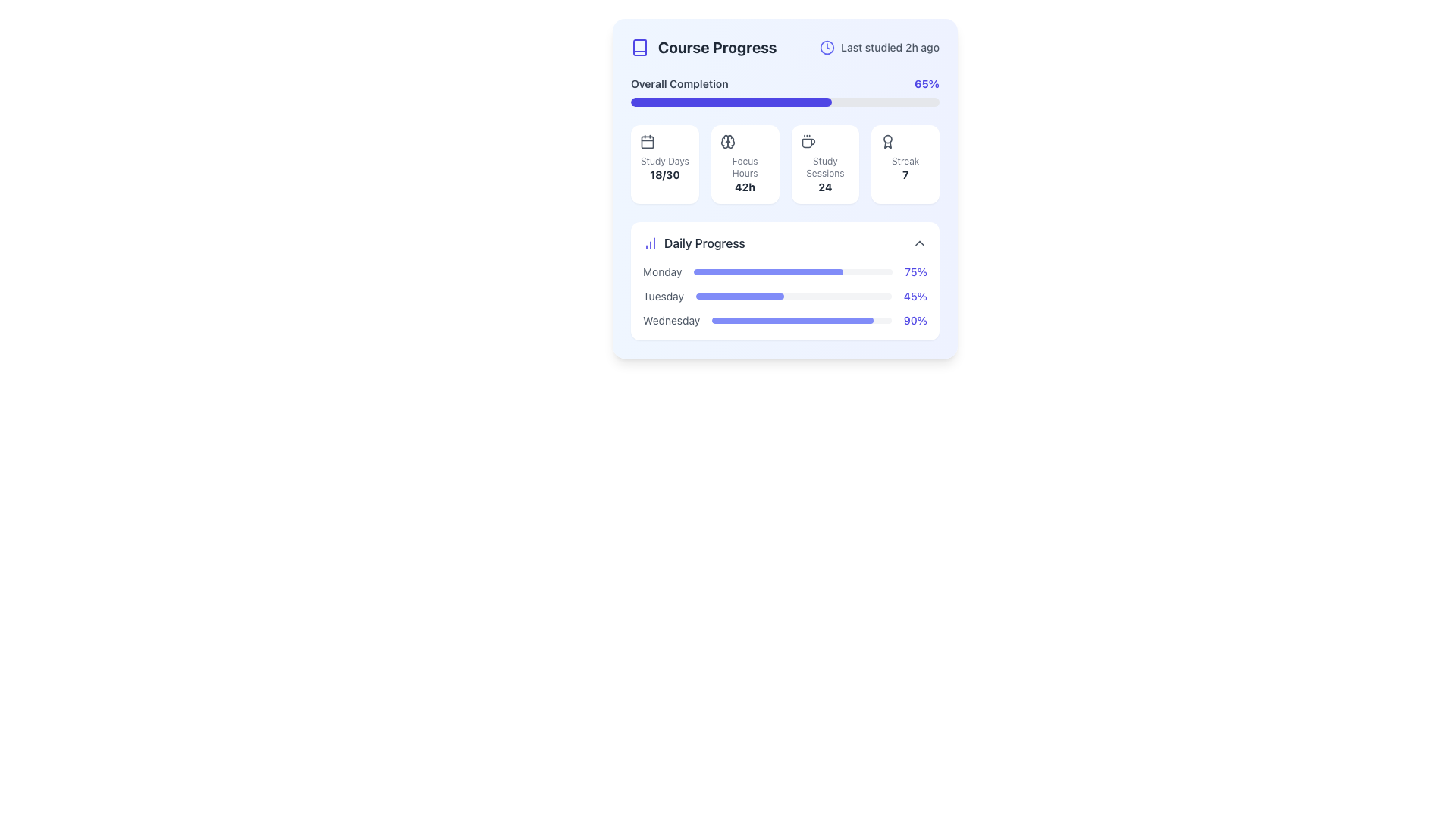  Describe the element at coordinates (739, 296) in the screenshot. I see `the filled portion of the progress bar segment representing 45% progress for Tuesday in the Daily Progress metrics` at that location.